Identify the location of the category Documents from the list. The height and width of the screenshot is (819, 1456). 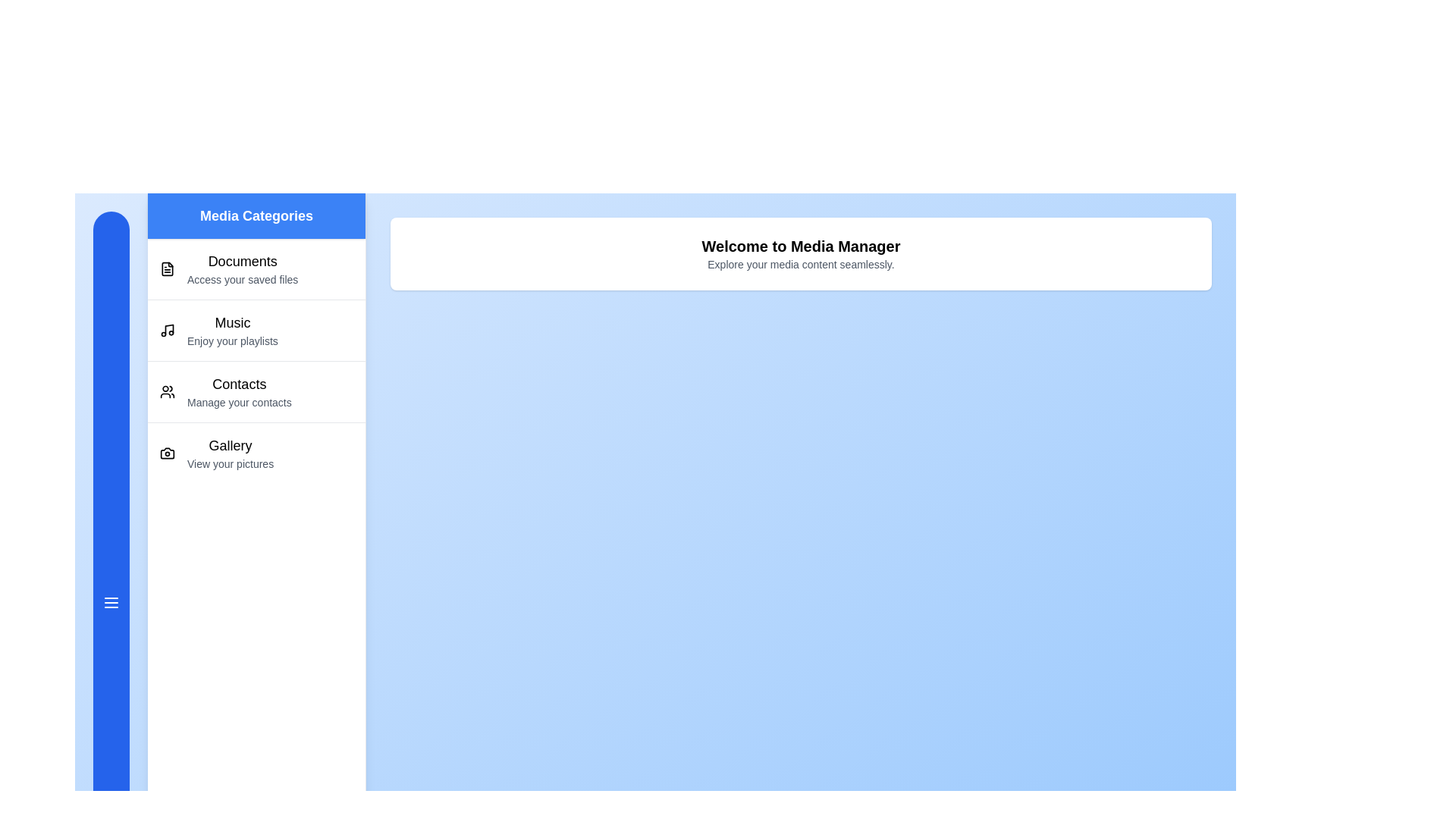
(256, 268).